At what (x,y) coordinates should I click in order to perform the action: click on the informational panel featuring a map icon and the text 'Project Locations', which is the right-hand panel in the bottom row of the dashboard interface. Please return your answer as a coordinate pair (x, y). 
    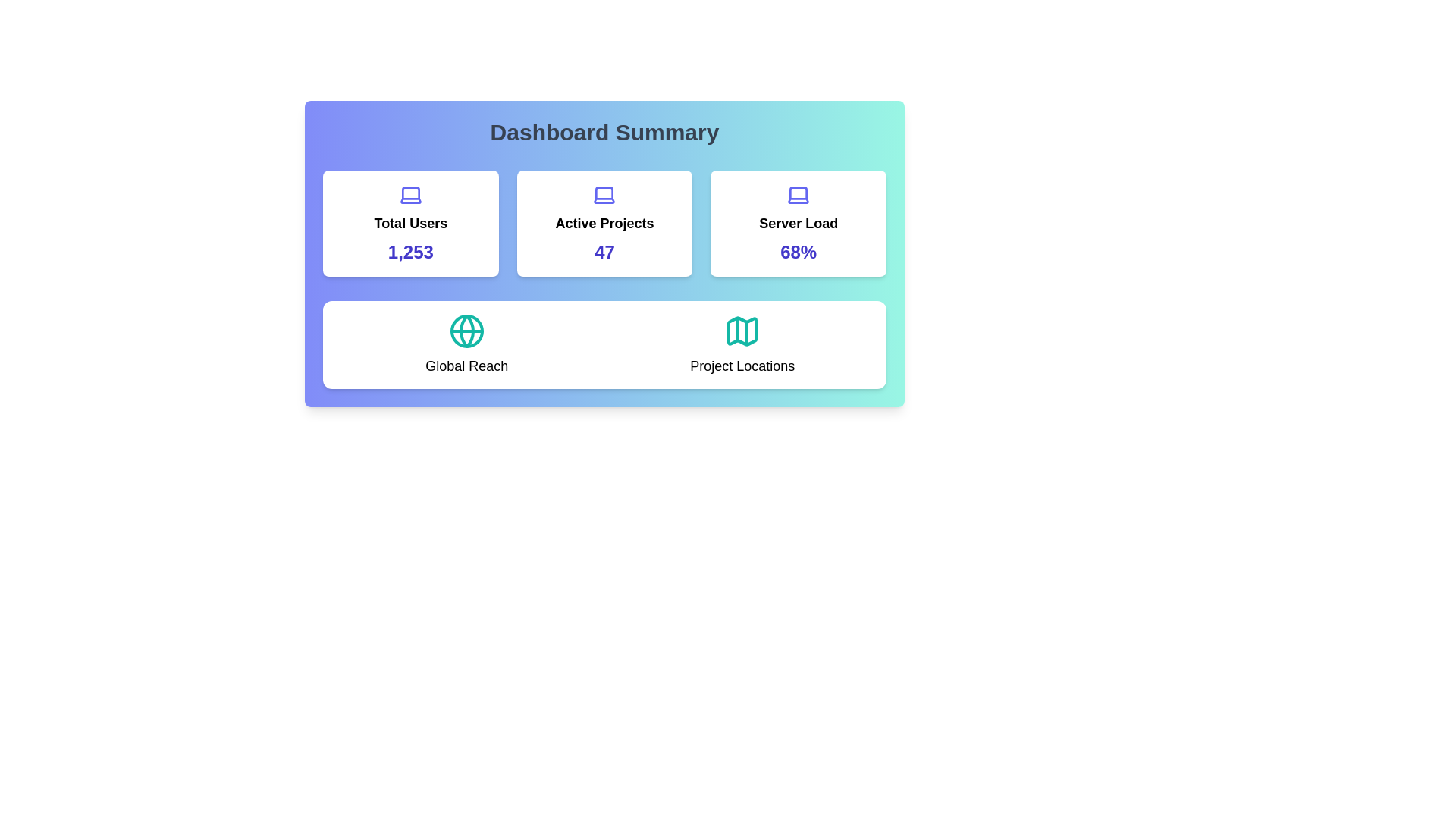
    Looking at the image, I should click on (742, 345).